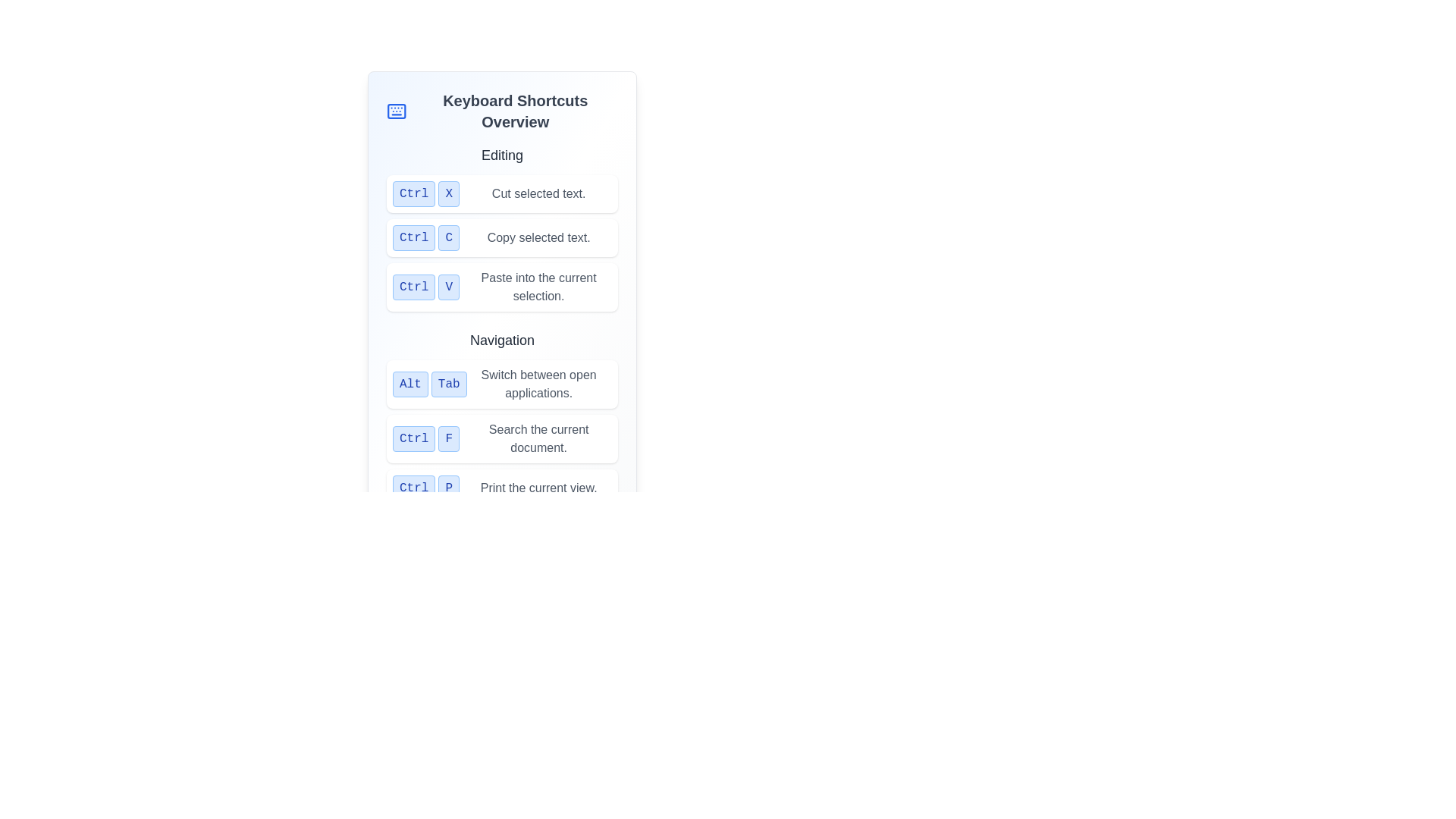  What do you see at coordinates (502, 287) in the screenshot?
I see `description text of the informational block that contains the keyboard shortcut 'Ctrl + V' and its description 'Paste into the current selection.'` at bounding box center [502, 287].